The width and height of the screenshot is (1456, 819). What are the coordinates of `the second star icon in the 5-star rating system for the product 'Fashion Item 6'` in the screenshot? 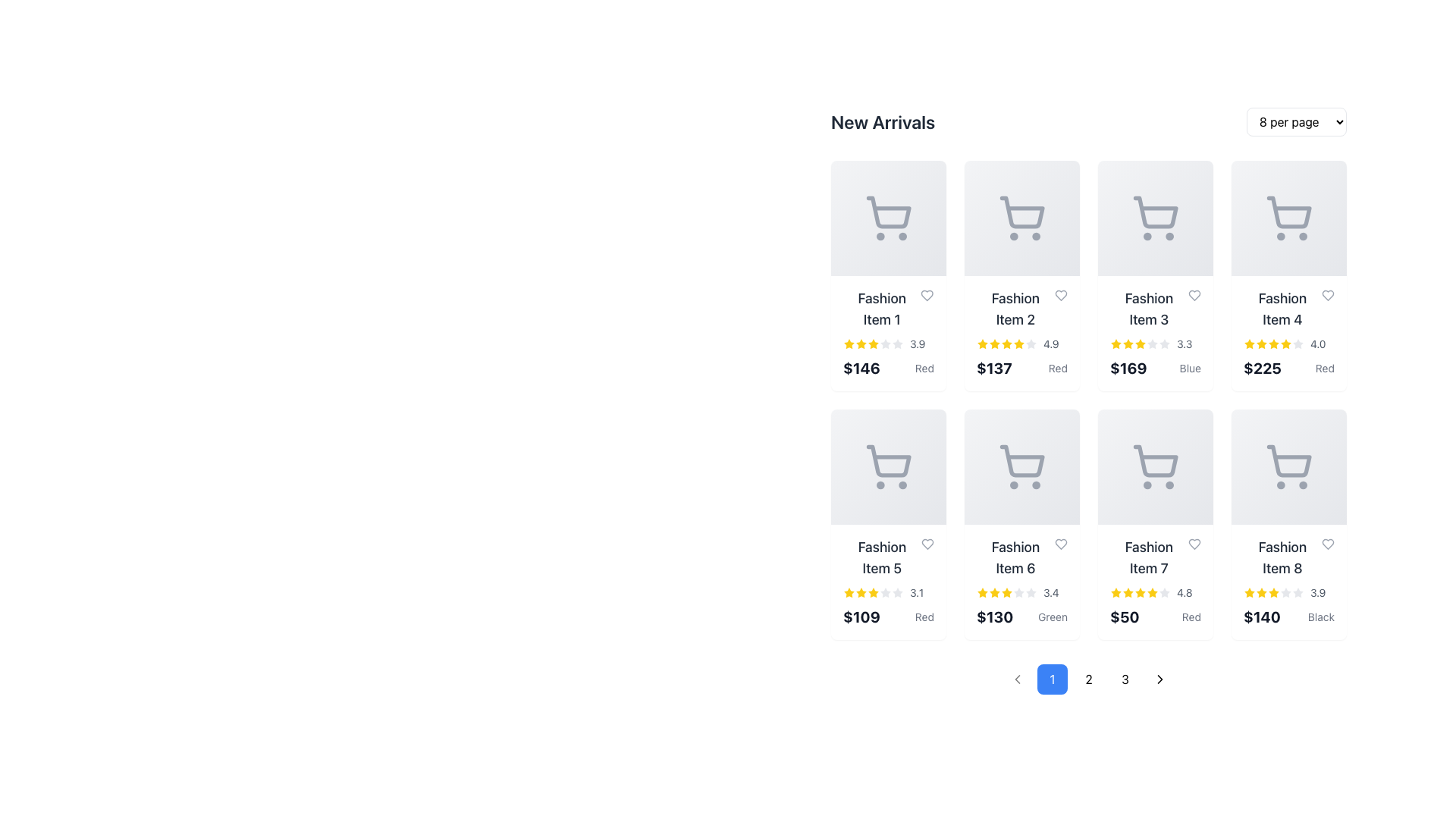 It's located at (1007, 591).